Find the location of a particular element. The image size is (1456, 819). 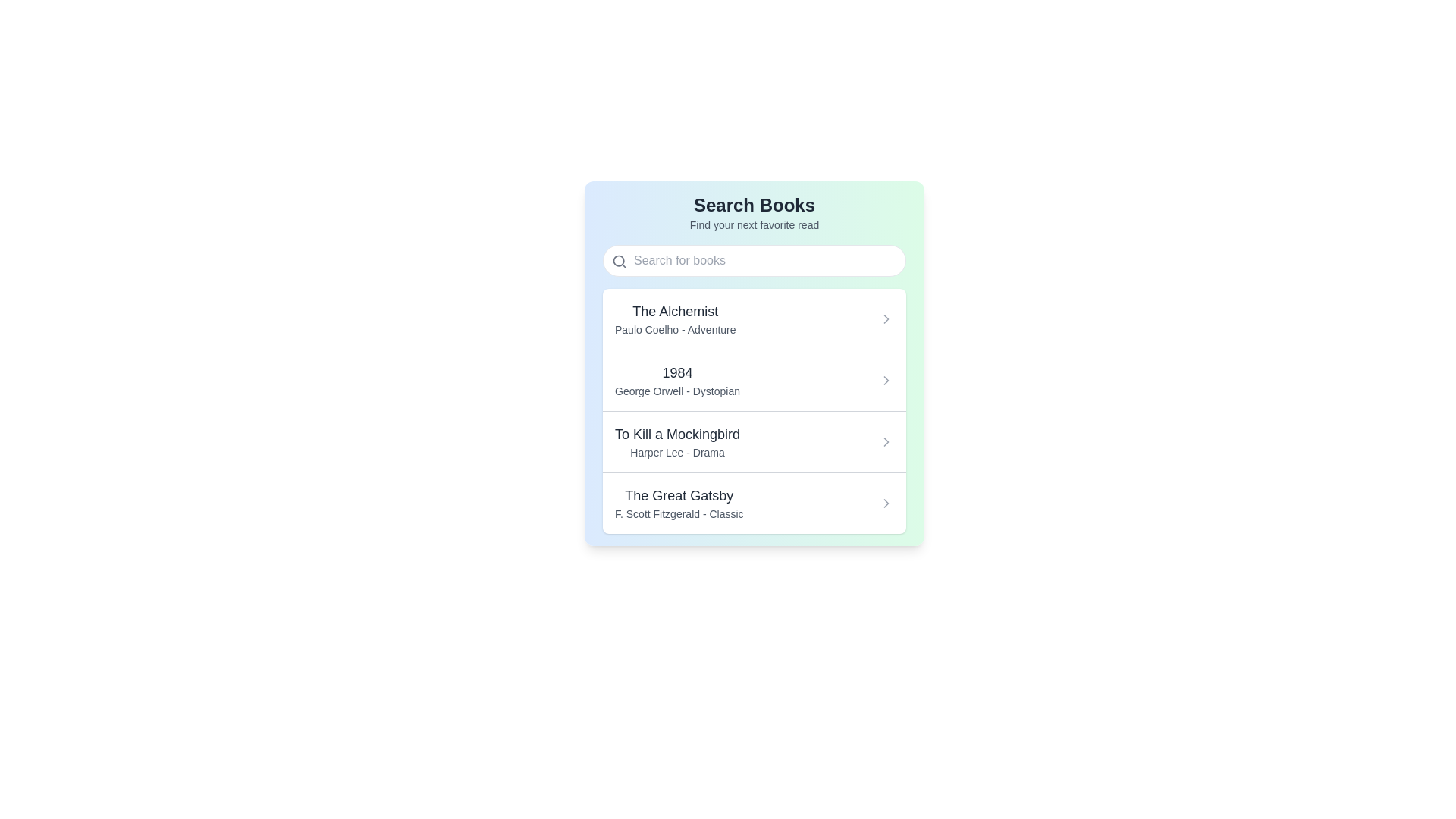

the Text Label that identifies the author and genre of 'The Great Gatsby', located directly beneath the title is located at coordinates (678, 513).